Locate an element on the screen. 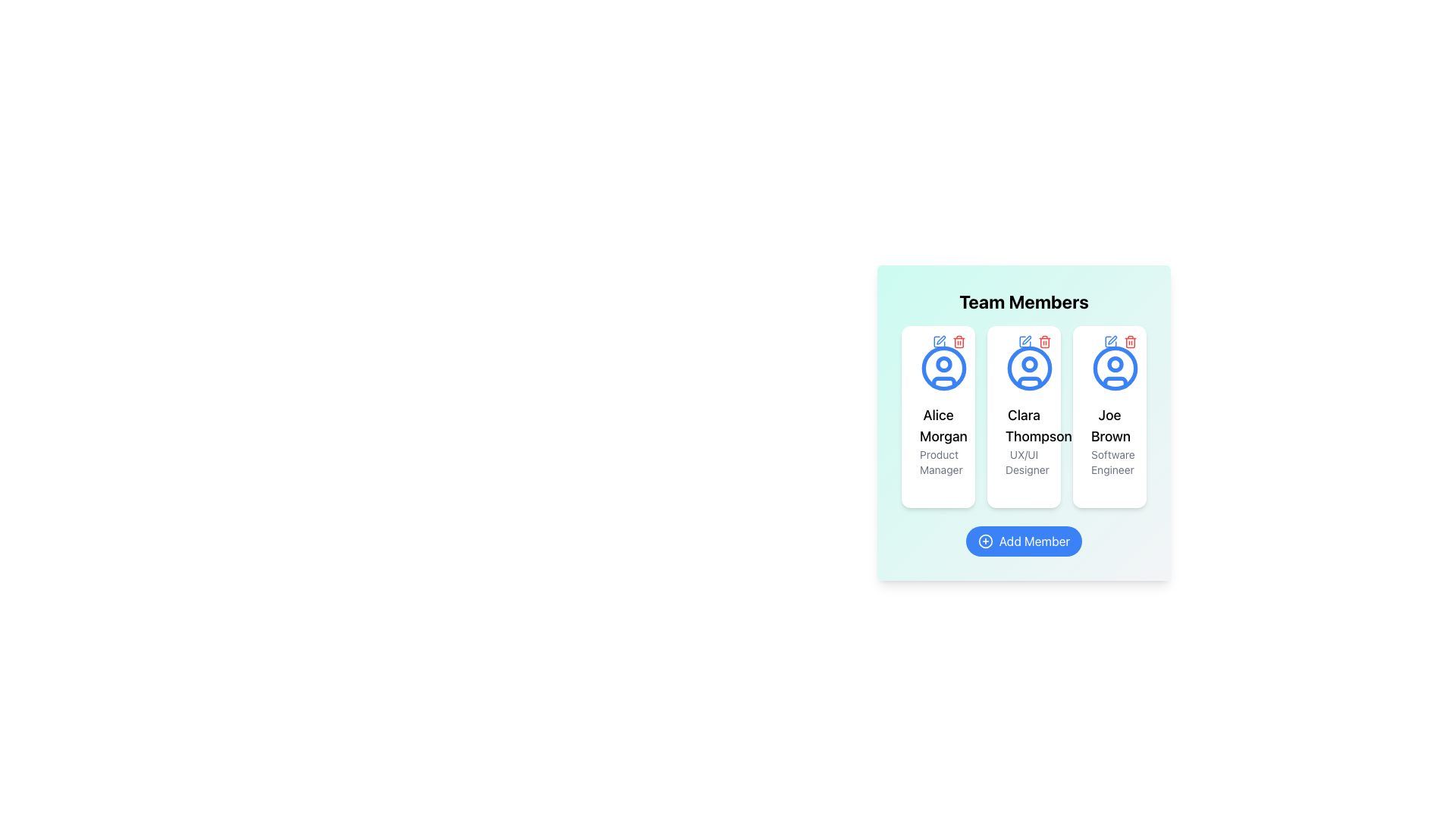 Image resolution: width=1456 pixels, height=819 pixels. the icons in the top-right corner of the profile card for 'Joe Brown, Software Engineer' is located at coordinates (1121, 342).